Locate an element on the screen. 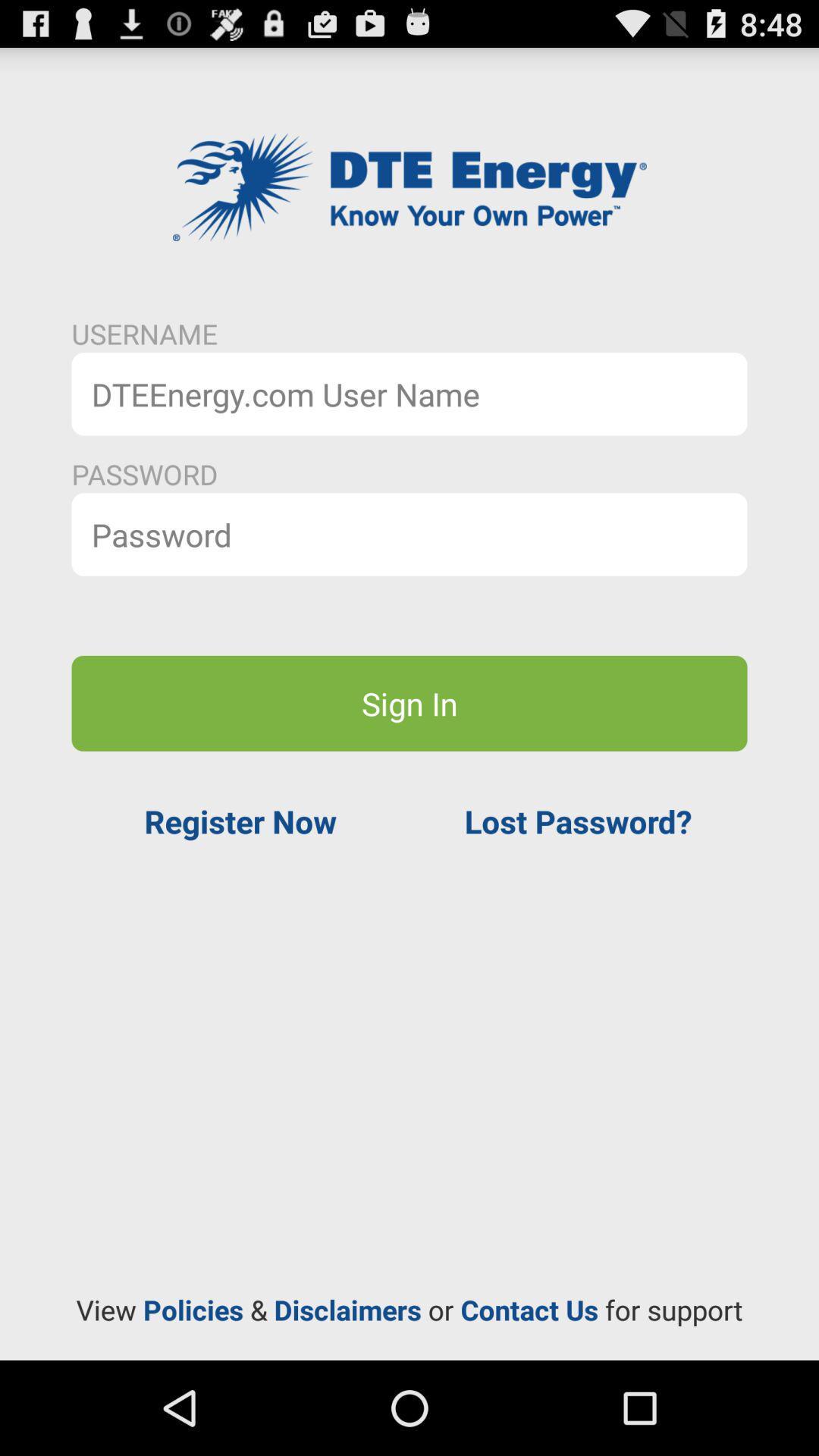 The width and height of the screenshot is (819, 1456). the icon to the right of register now item is located at coordinates (578, 821).